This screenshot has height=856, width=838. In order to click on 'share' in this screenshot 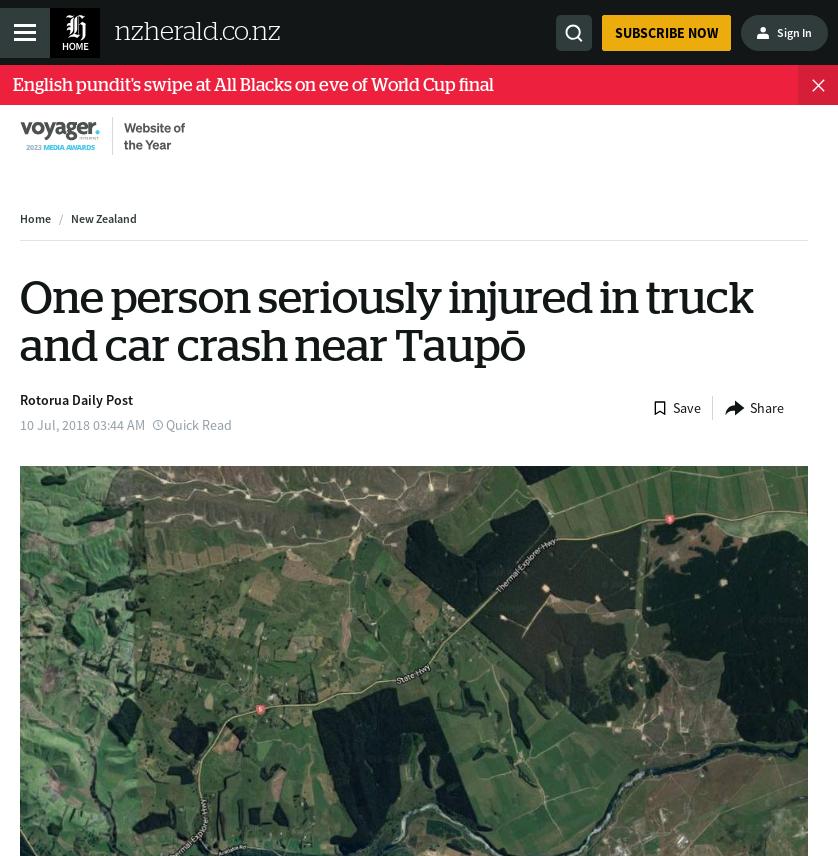, I will do `click(766, 406)`.